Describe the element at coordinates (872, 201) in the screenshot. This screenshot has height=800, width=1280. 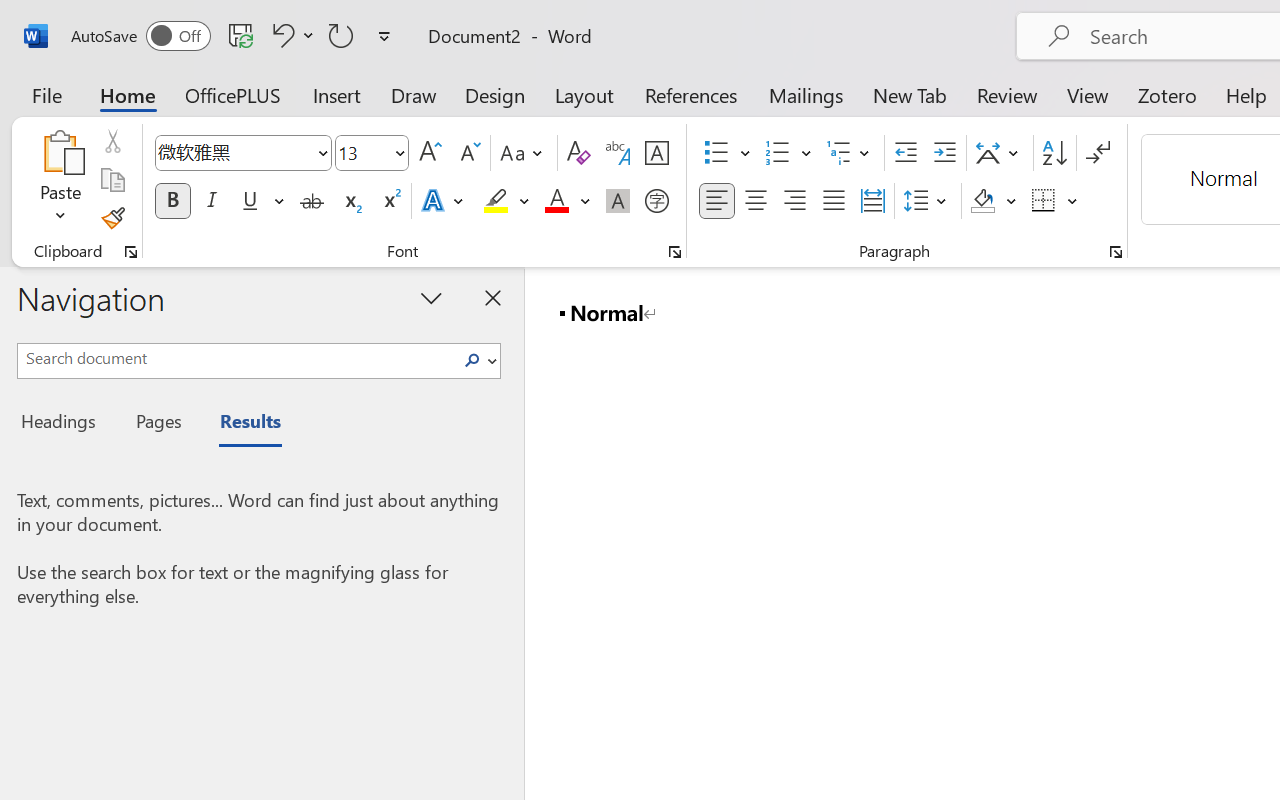
I see `'Distributed'` at that location.